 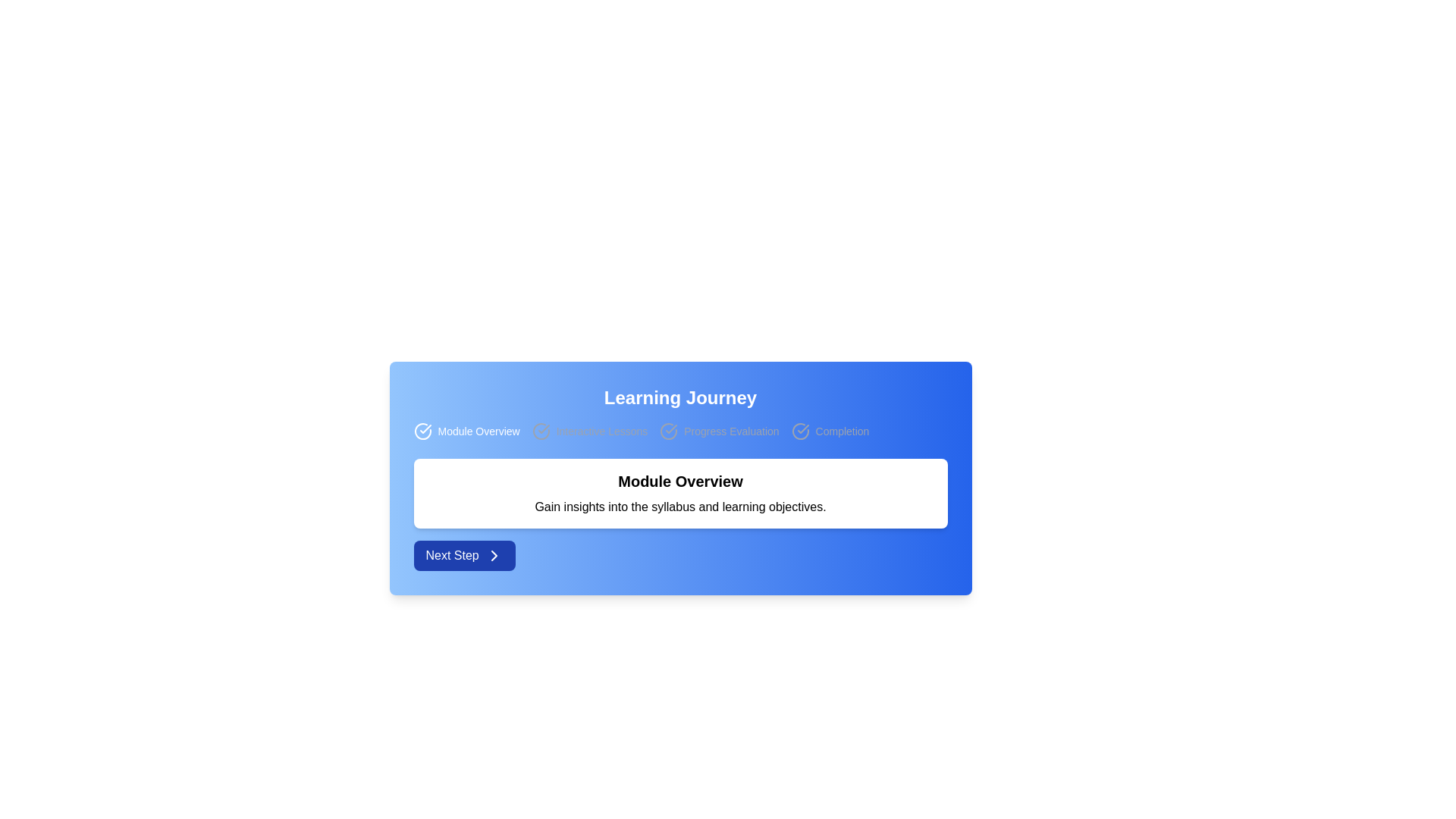 I want to click on the circular icon with a check mark inside it, which is the first icon in the row near the top of the module card, located to the left of the 'Module Overview' label, so click(x=422, y=431).